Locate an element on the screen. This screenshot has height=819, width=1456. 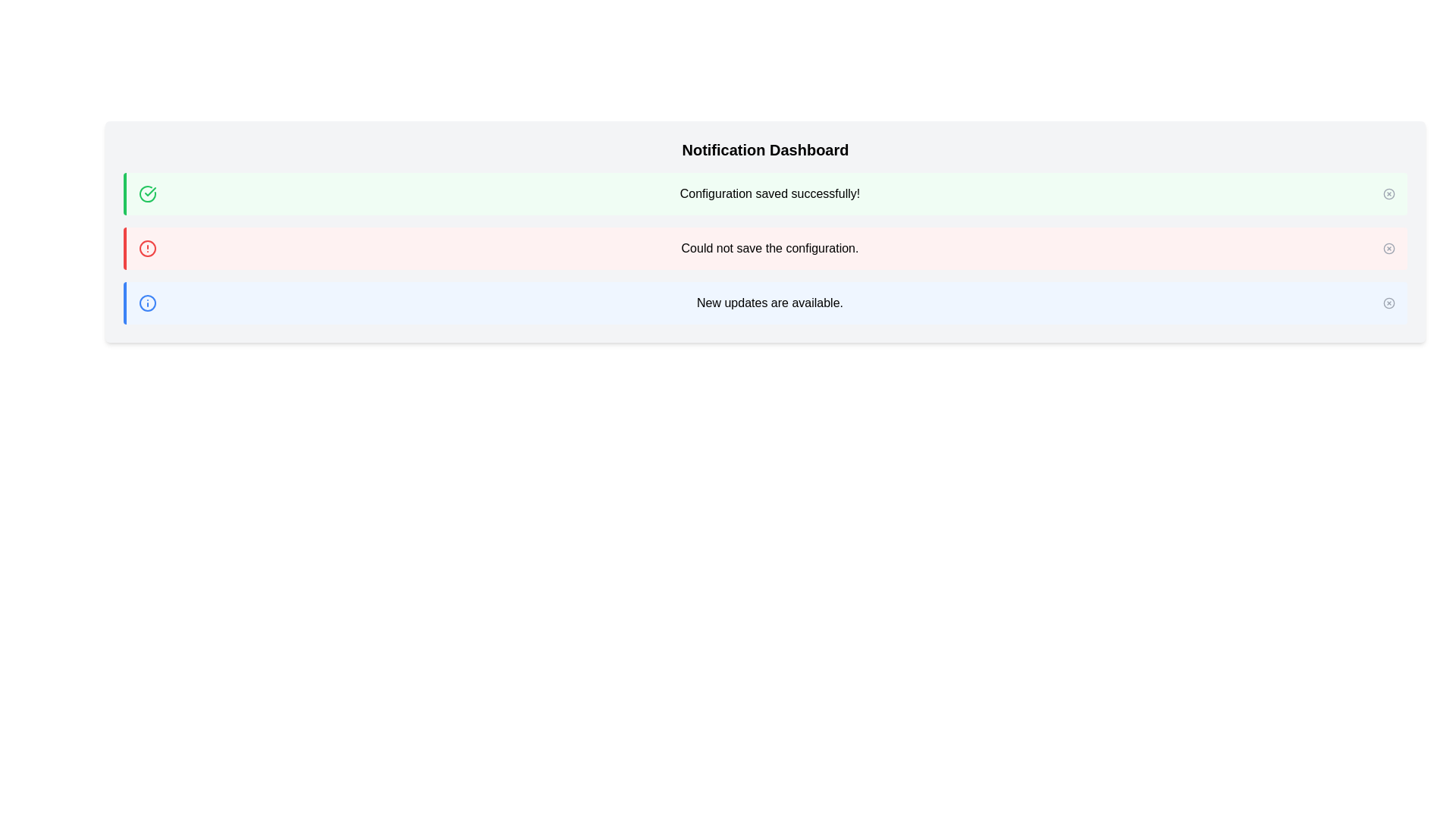
text message 'Configuration saved successfully!' displayed in green color within the green-highlighted notification area is located at coordinates (770, 193).